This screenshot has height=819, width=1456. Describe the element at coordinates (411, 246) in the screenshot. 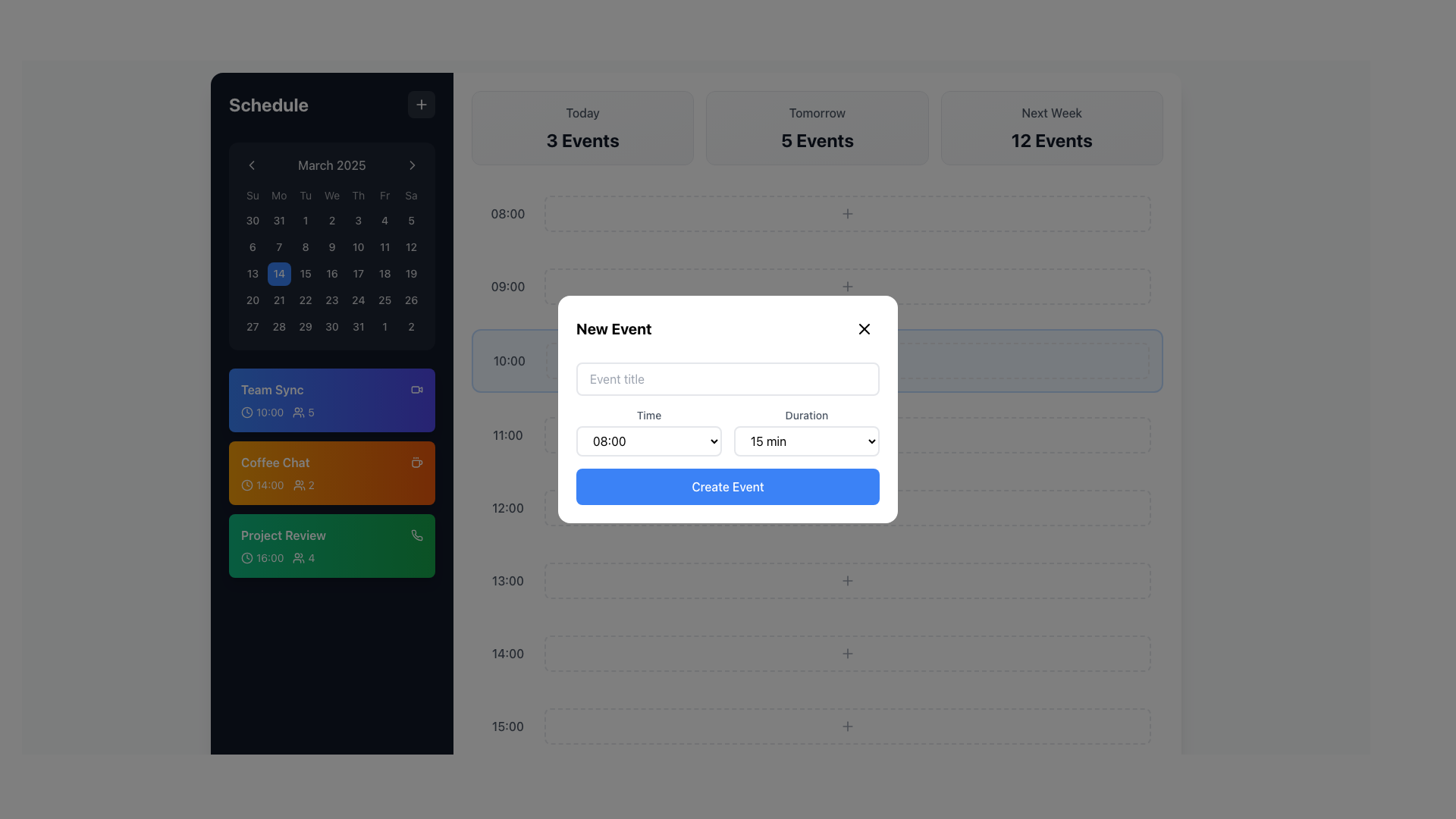

I see `the button representing the 12th day of March 2025 on the calendar` at that location.